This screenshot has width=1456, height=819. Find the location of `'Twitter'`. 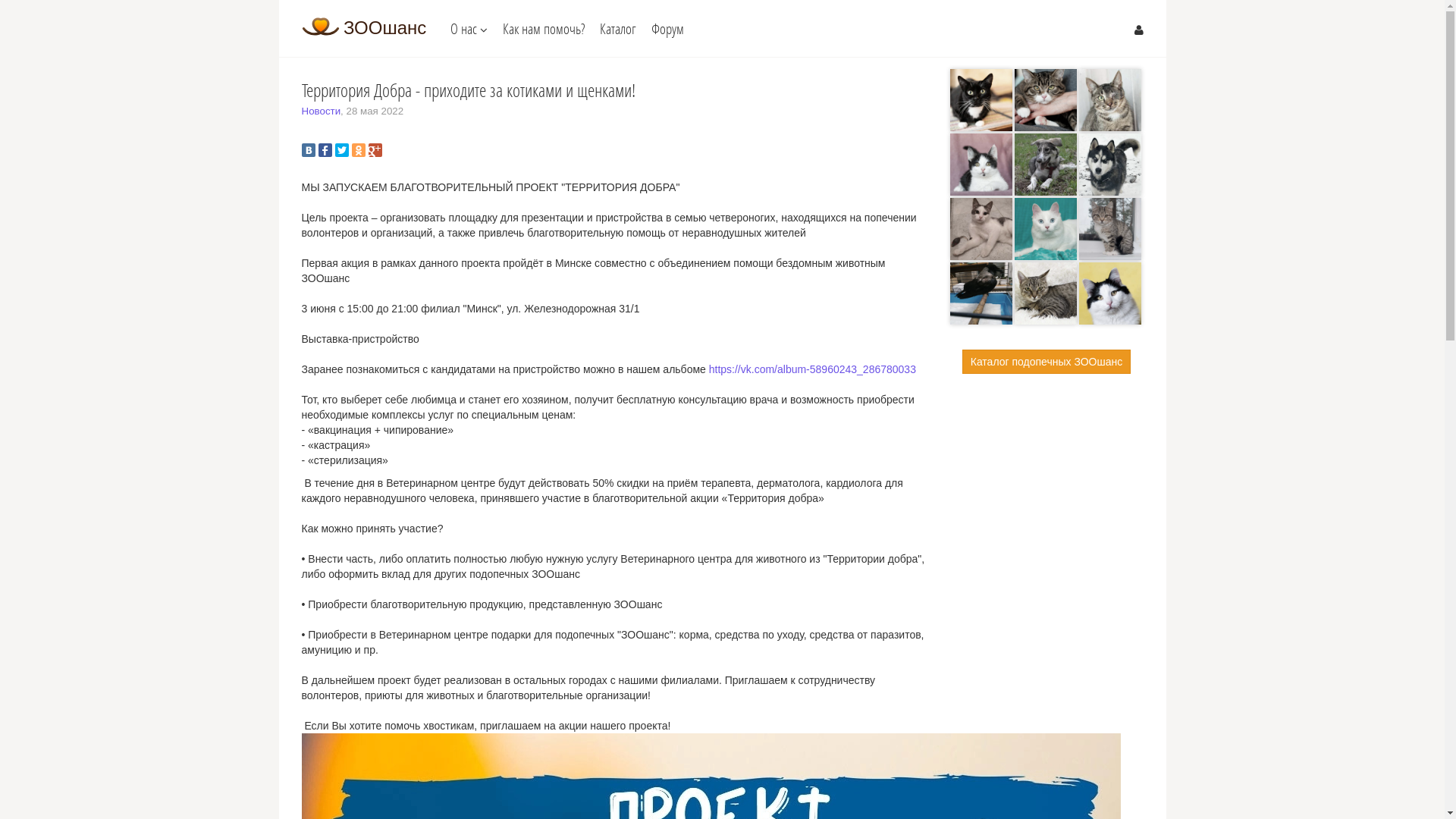

'Twitter' is located at coordinates (341, 149).